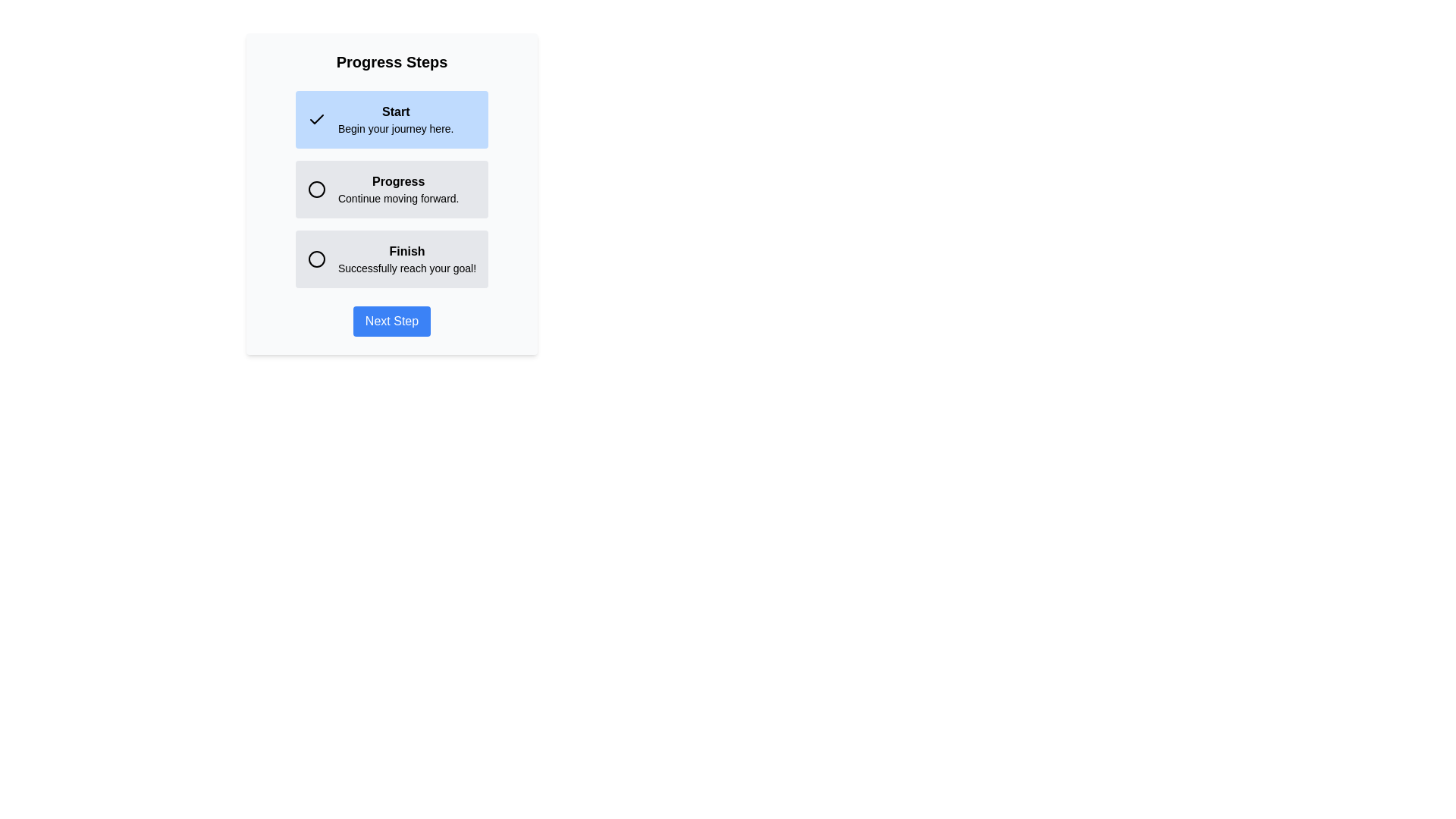 The width and height of the screenshot is (1456, 819). Describe the element at coordinates (392, 189) in the screenshot. I see `the 'Progress' status display component, which represents the mid-point in the sequence of a progression menu` at that location.